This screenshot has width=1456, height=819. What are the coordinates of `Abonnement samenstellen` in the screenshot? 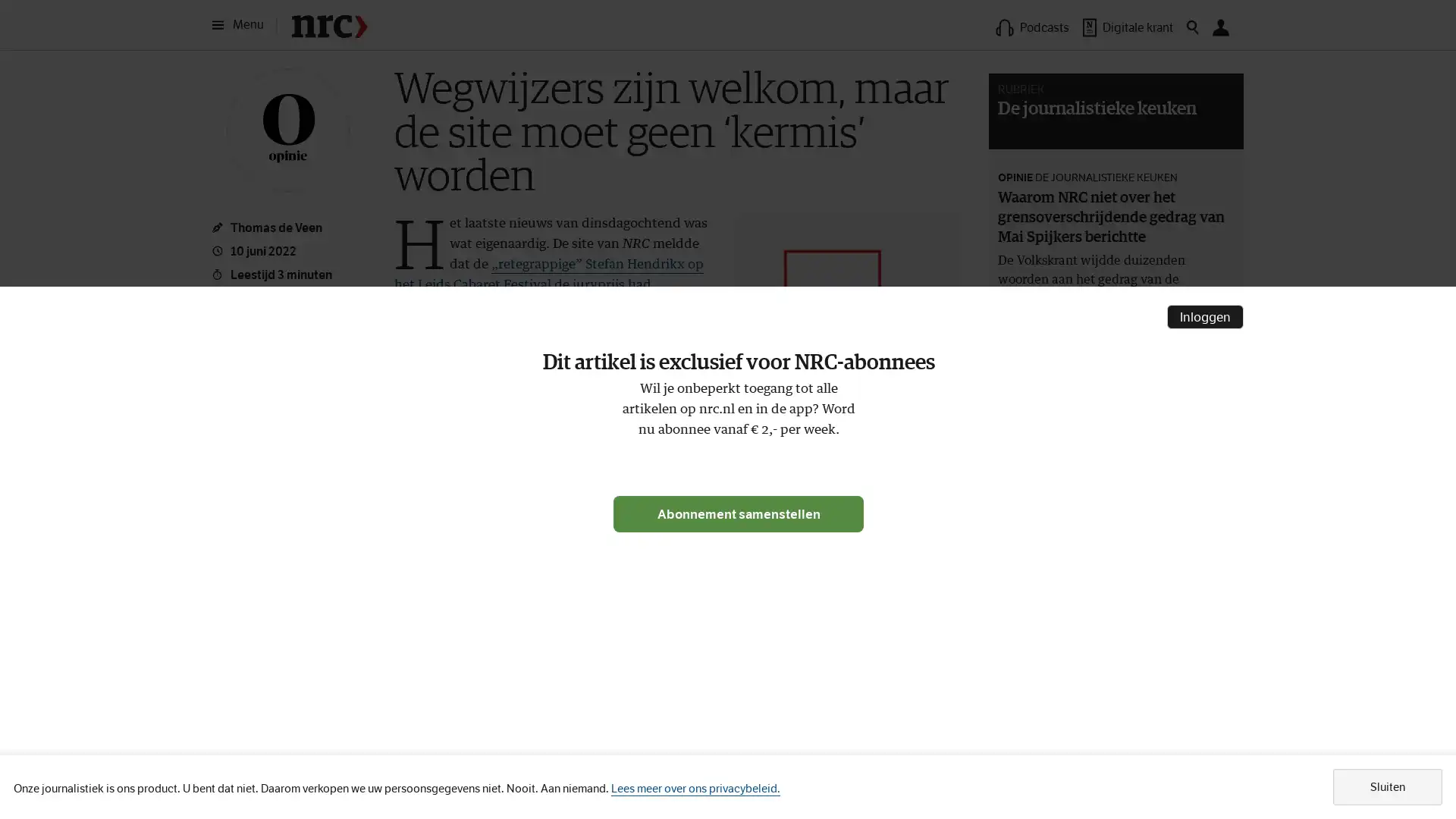 It's located at (739, 513).